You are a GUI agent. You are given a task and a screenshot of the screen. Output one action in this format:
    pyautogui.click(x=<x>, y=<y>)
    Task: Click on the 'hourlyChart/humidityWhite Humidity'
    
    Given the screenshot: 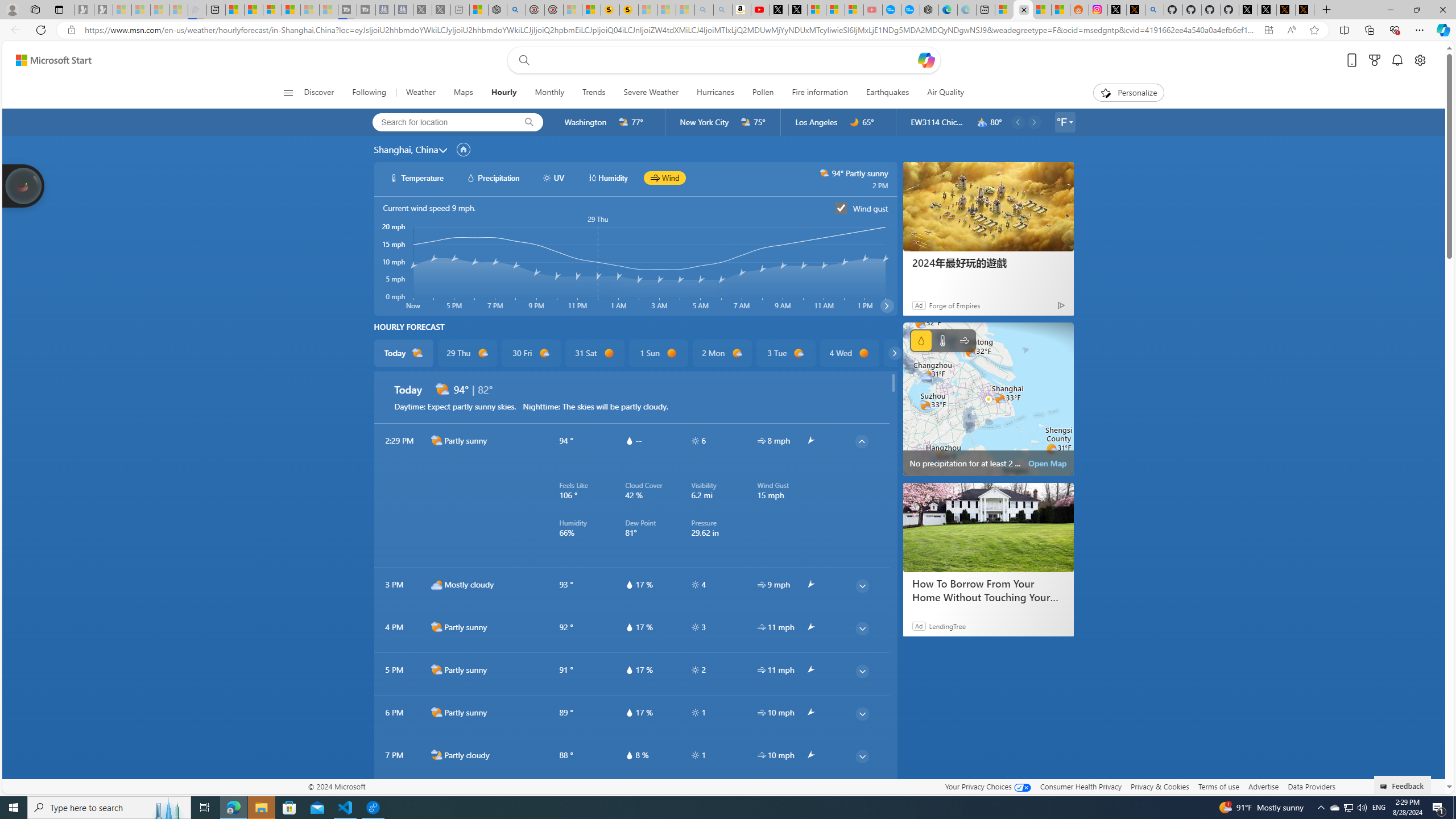 What is the action you would take?
    pyautogui.click(x=607, y=178)
    